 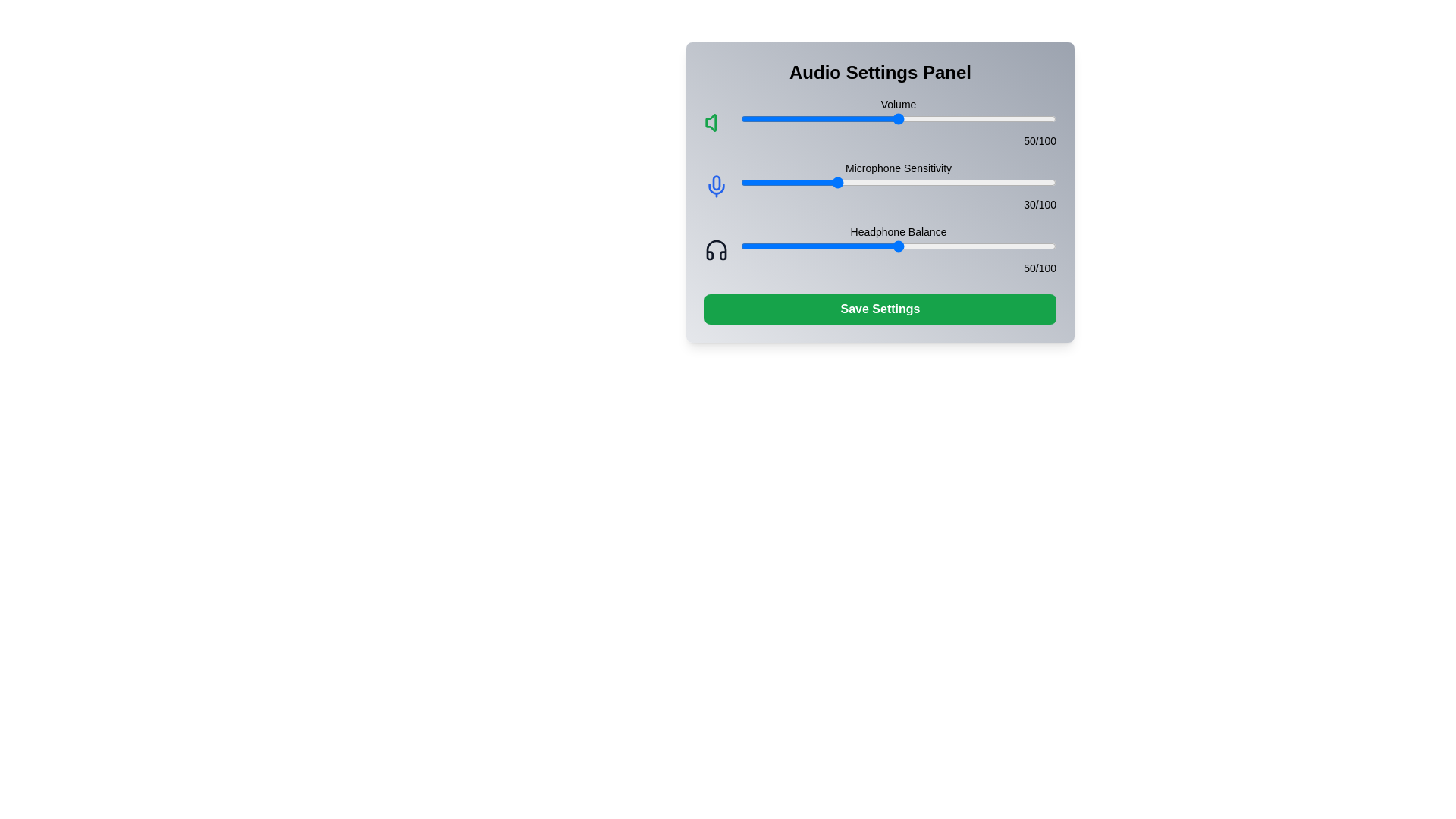 I want to click on the microphone sensitivity, so click(x=1012, y=181).